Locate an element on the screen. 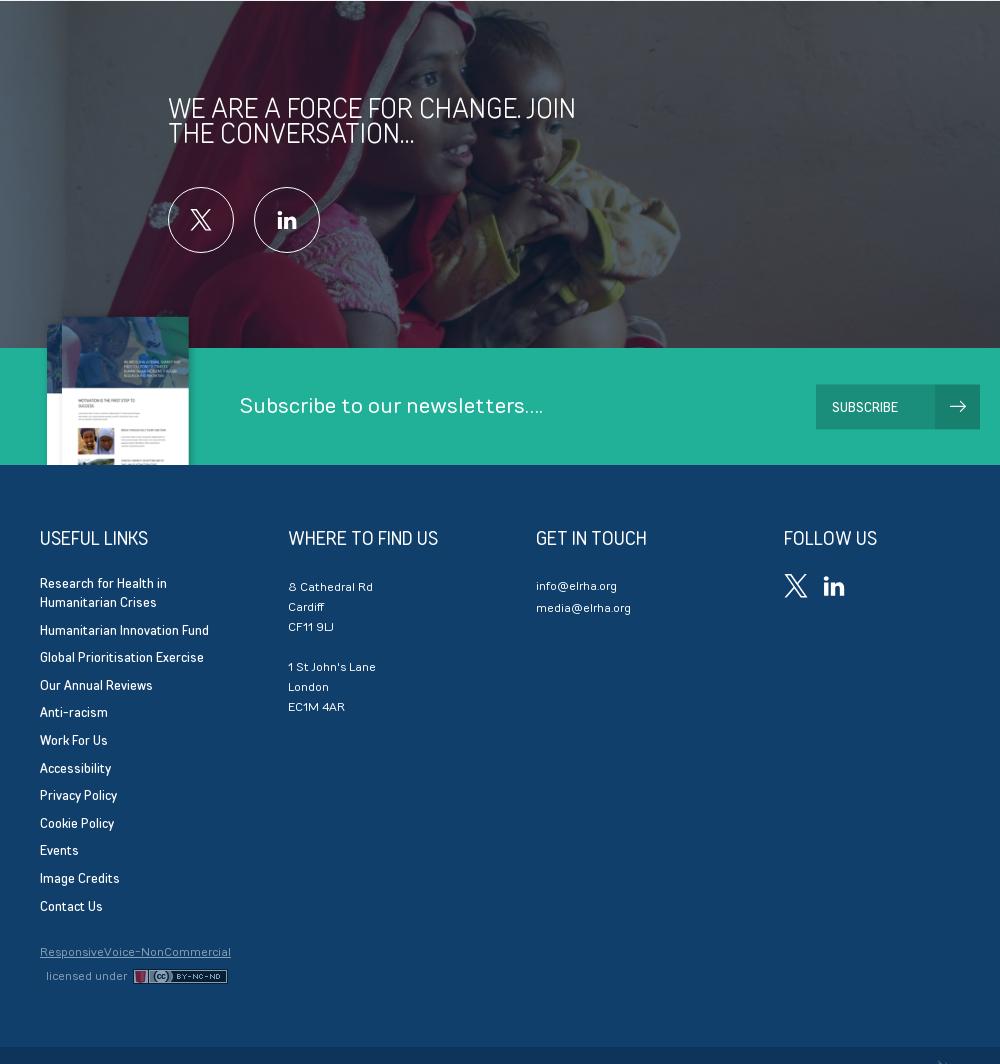 This screenshot has height=1064, width=1000. 'EC1M 4AR' is located at coordinates (315, 705).